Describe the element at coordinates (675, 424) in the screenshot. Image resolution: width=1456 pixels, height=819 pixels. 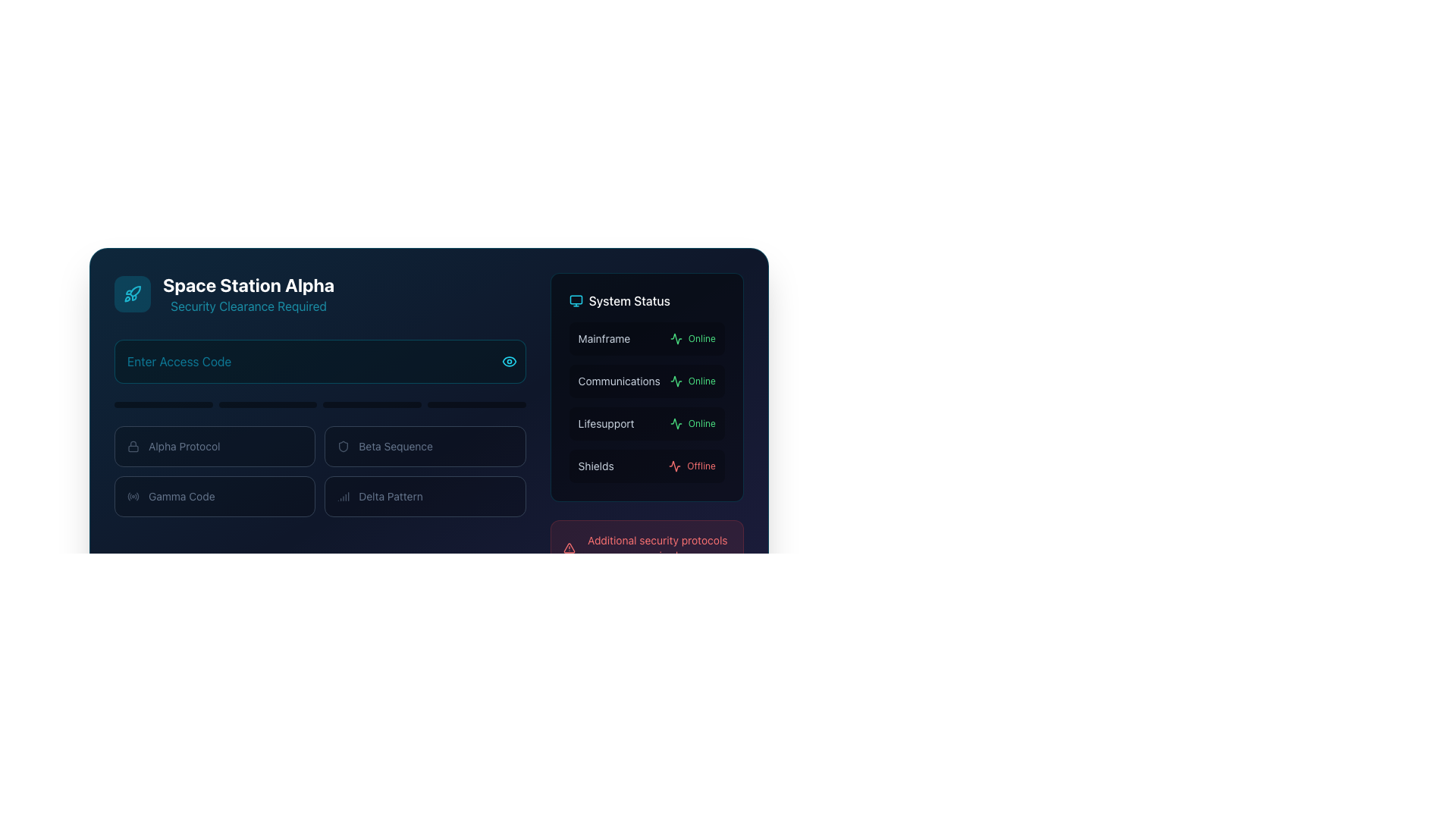
I see `the signal waveform icon in the 'System Status' panel associated with the 'Mainframe' status label to gather information about the system status` at that location.